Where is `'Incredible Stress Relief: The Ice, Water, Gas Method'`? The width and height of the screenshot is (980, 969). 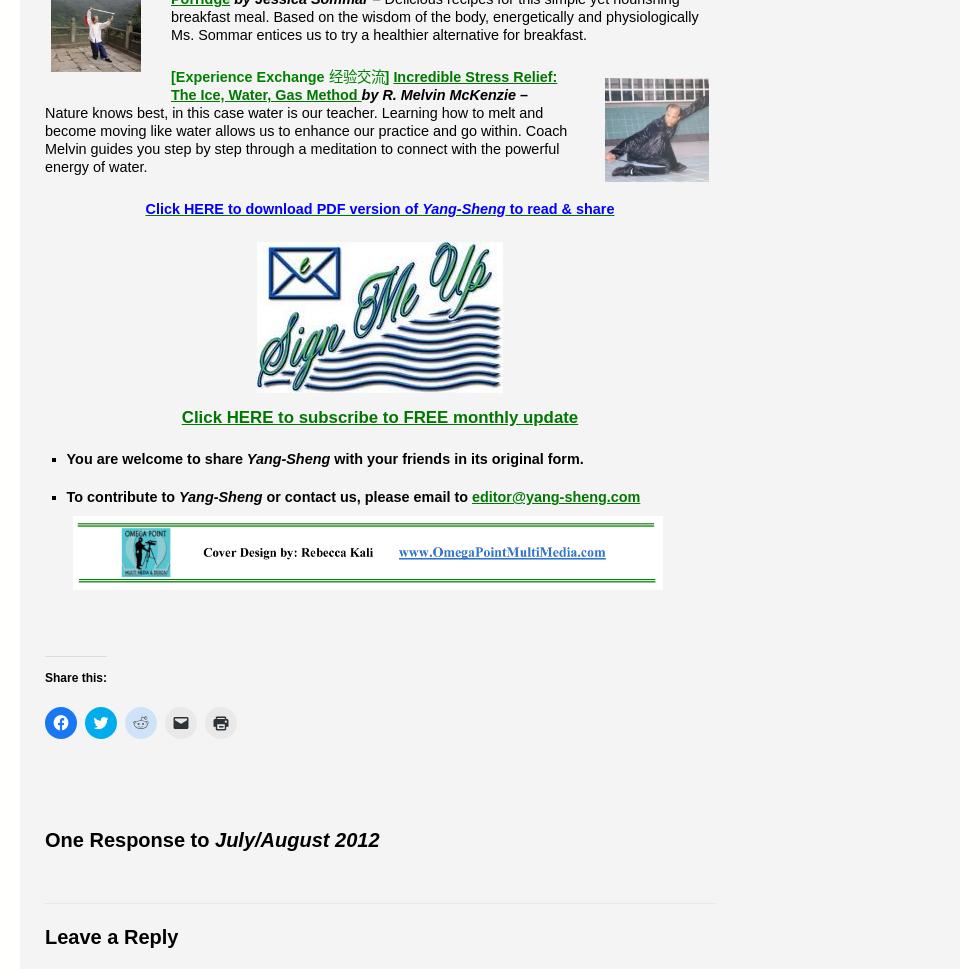
'Incredible Stress Relief: The Ice, Water, Gas Method' is located at coordinates (363, 85).